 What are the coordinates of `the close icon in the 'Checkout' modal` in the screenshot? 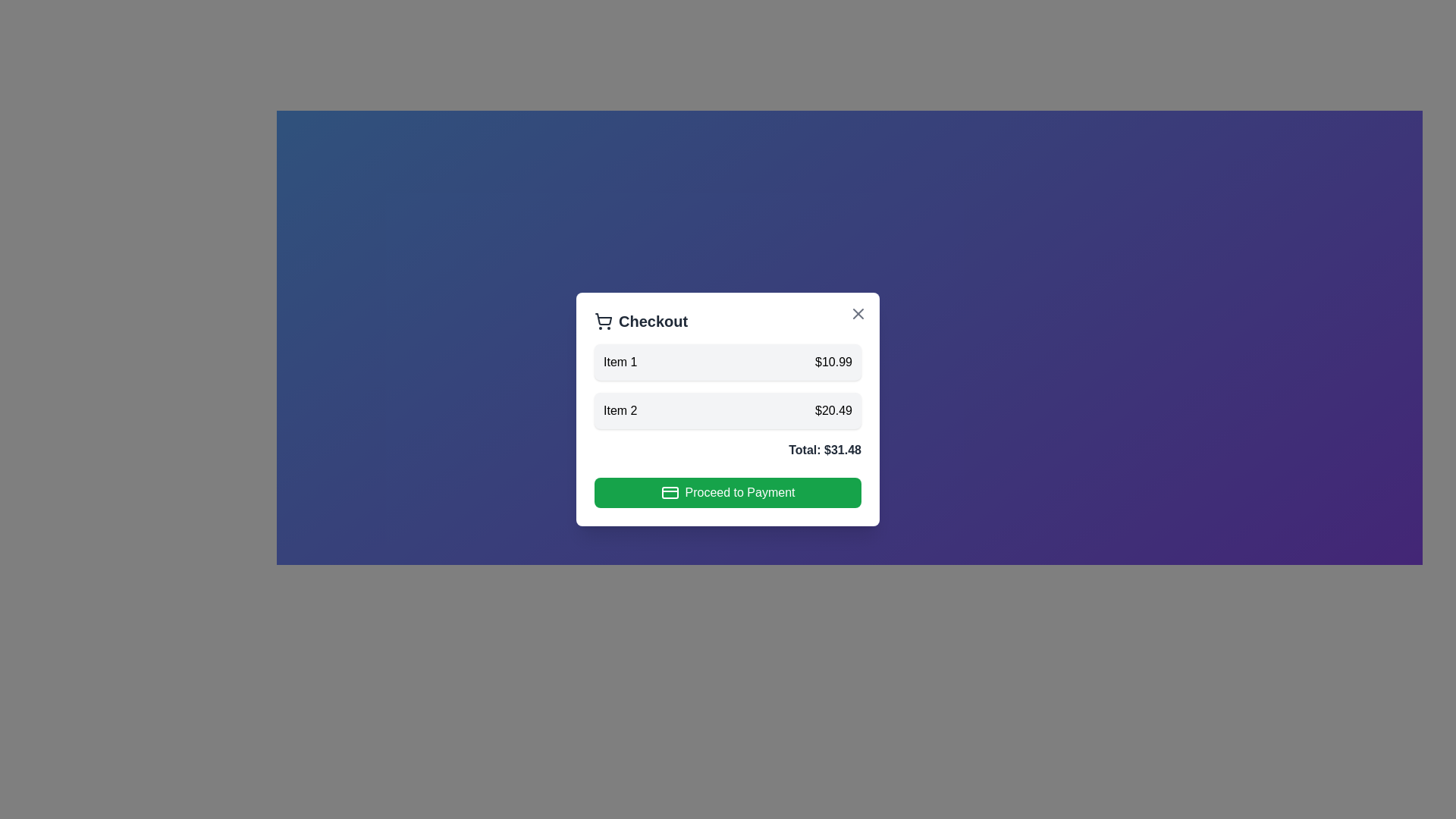 It's located at (858, 312).